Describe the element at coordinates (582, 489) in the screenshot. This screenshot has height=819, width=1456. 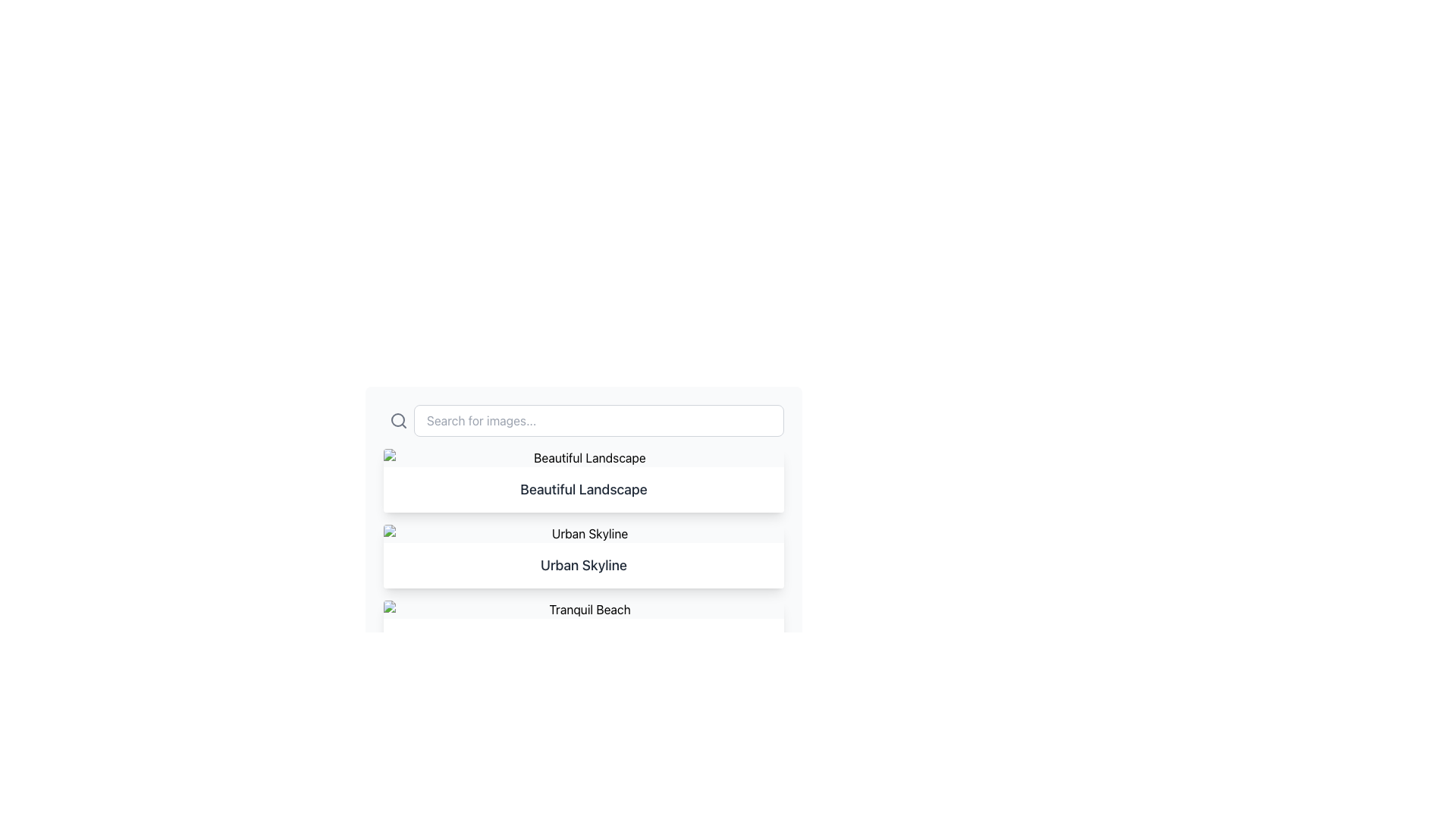
I see `the text element displaying the title 'Beautiful Landscape'` at that location.